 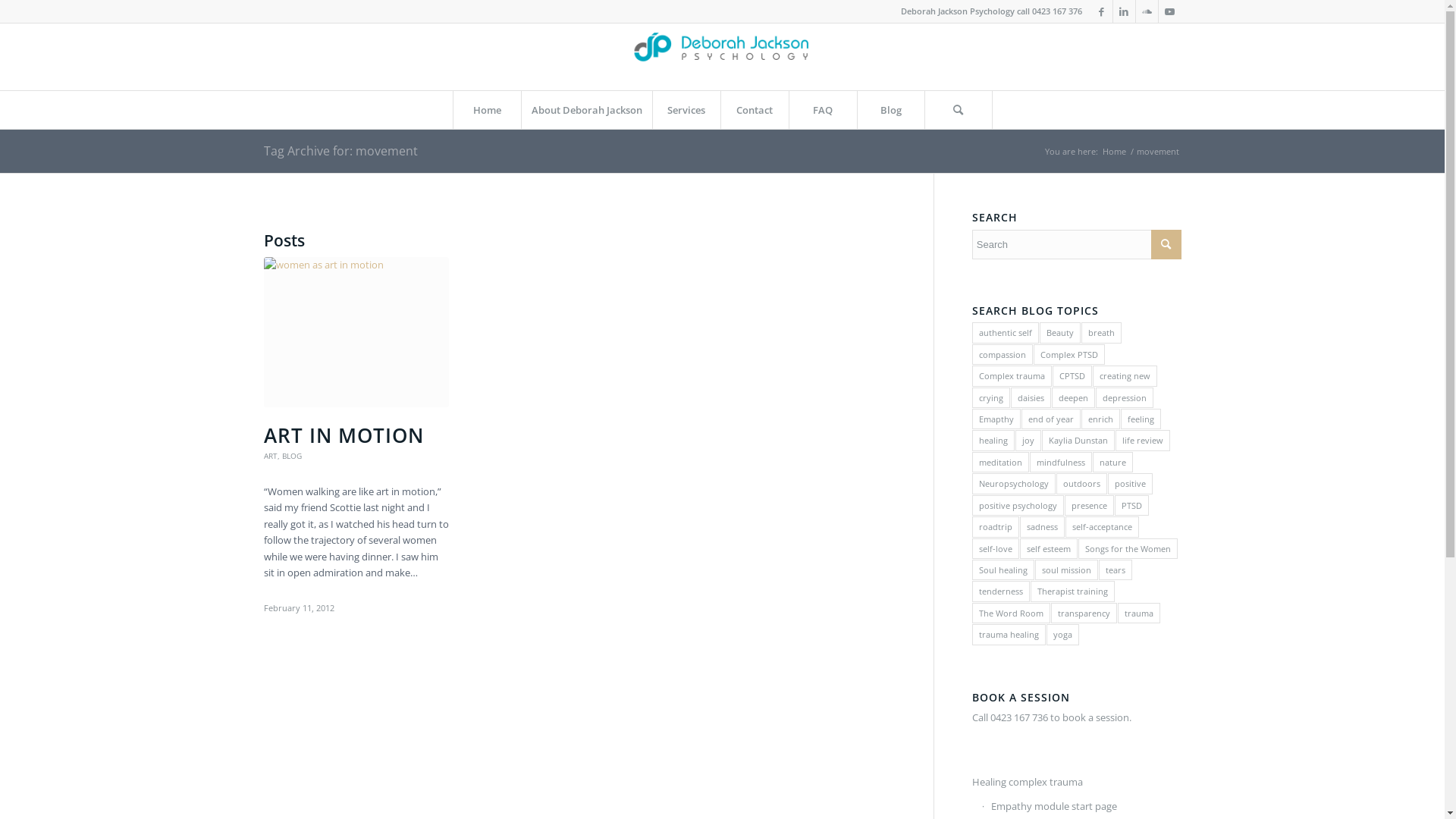 What do you see at coordinates (1059, 461) in the screenshot?
I see `'mindfulness'` at bounding box center [1059, 461].